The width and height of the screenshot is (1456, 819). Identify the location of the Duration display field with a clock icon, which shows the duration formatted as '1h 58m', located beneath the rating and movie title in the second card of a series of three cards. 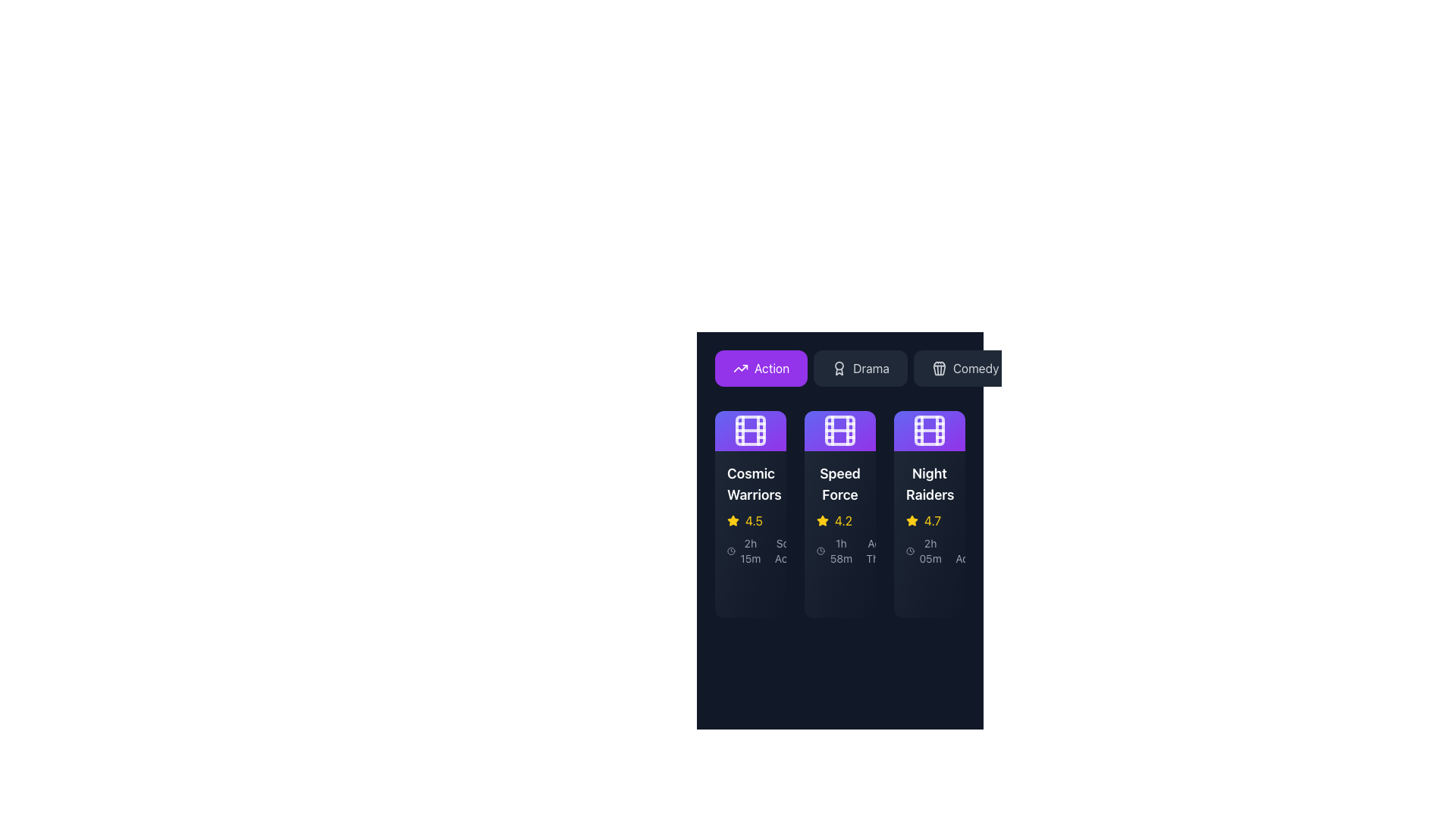
(839, 550).